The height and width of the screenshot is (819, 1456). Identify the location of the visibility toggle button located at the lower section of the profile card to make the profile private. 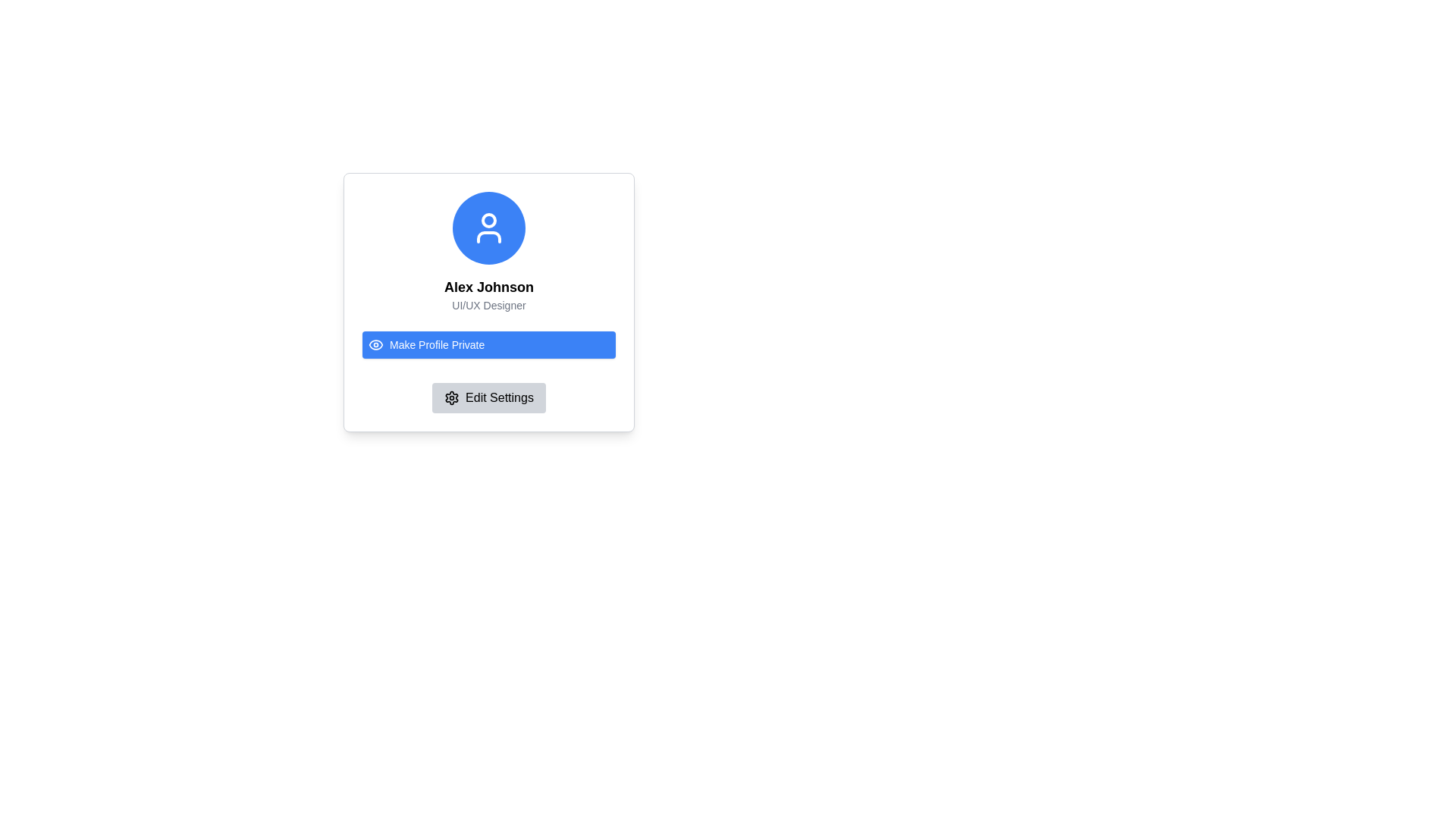
(488, 345).